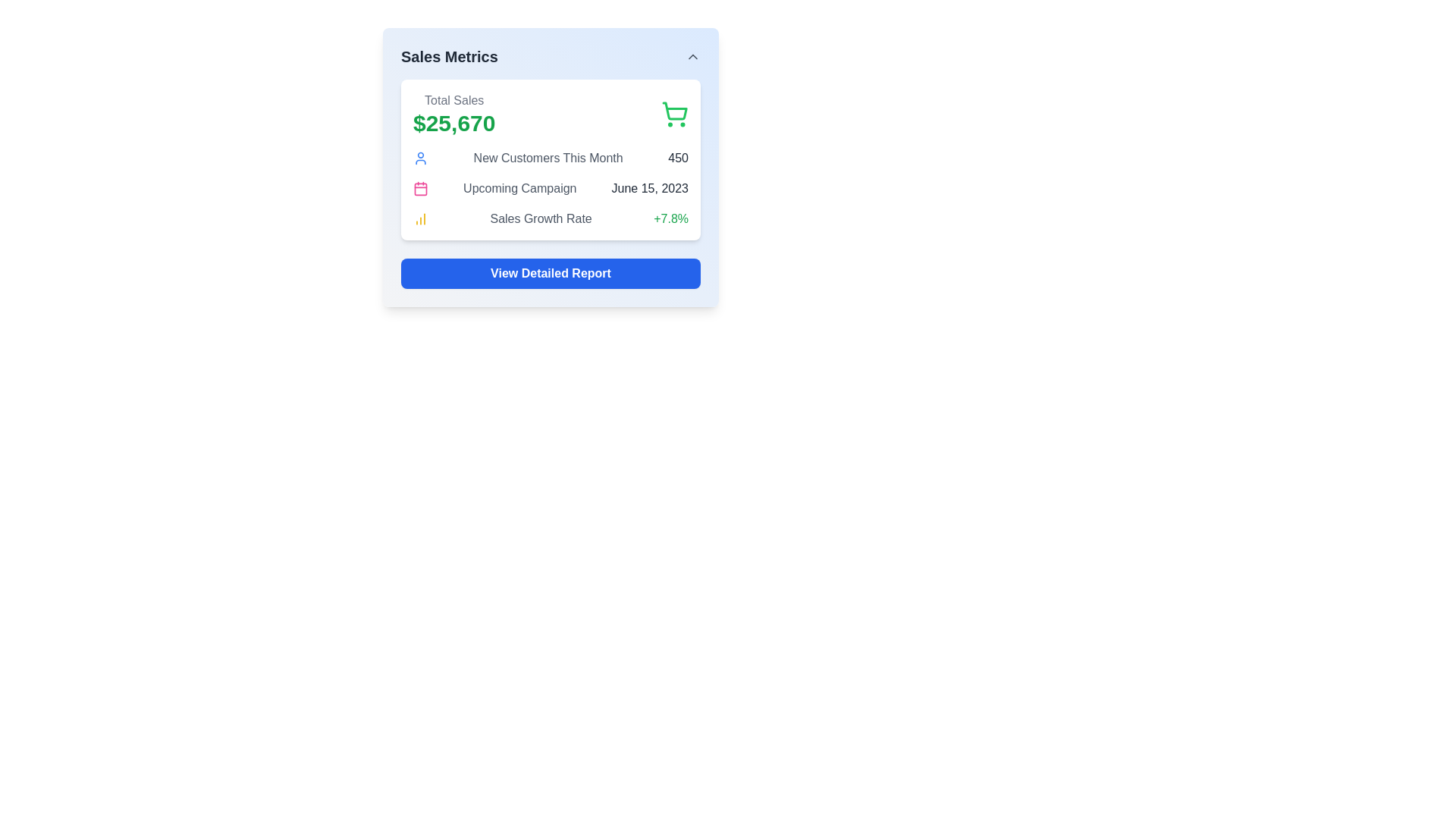 The image size is (1456, 819). What do you see at coordinates (453, 100) in the screenshot?
I see `the 'Total Sales' text label, which is displayed in light gray and positioned above the green numerical value '$25,670' on the 'Sales Metrics' card` at bounding box center [453, 100].